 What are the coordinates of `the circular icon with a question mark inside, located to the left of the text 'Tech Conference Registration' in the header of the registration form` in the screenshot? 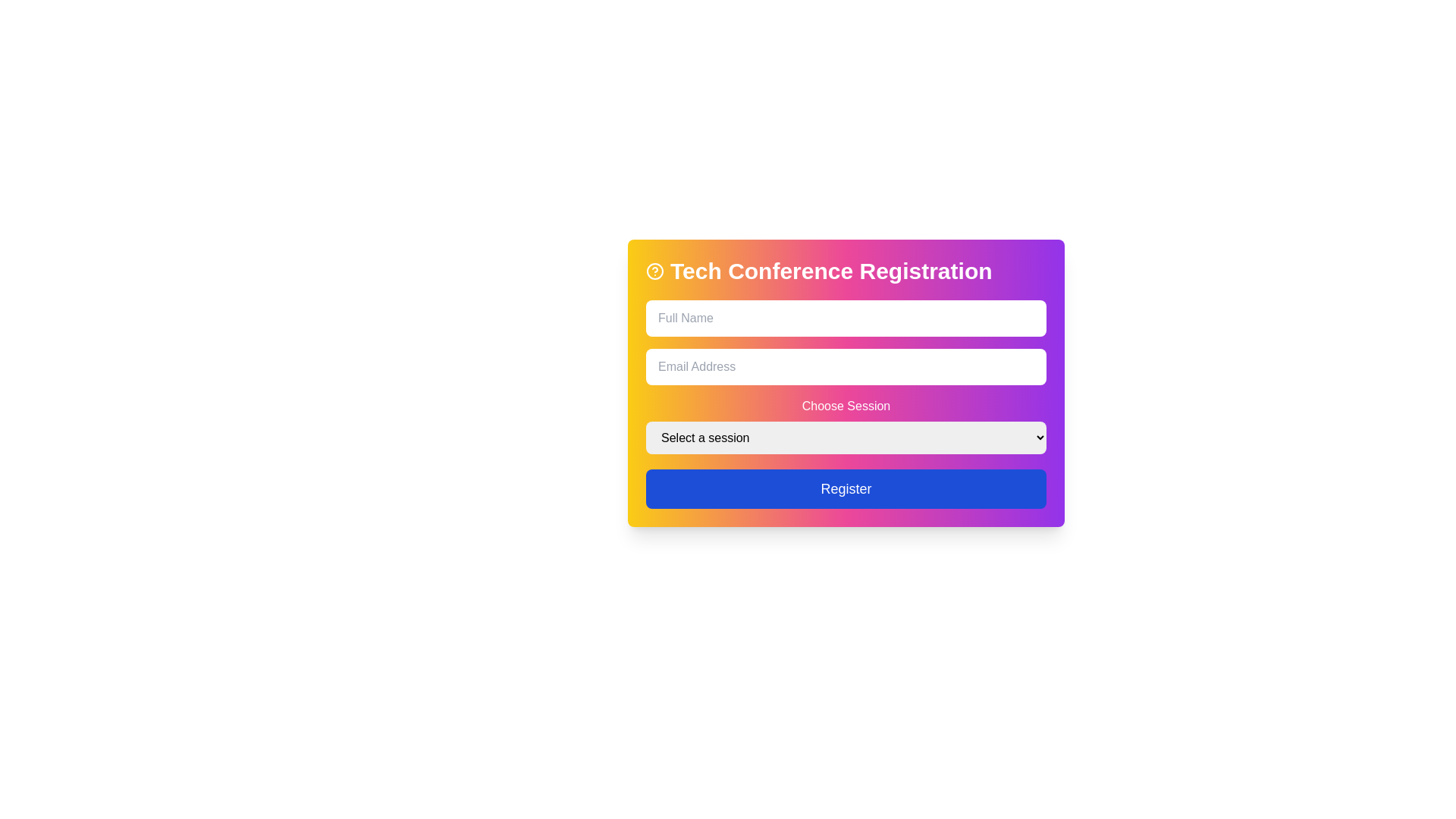 It's located at (655, 271).